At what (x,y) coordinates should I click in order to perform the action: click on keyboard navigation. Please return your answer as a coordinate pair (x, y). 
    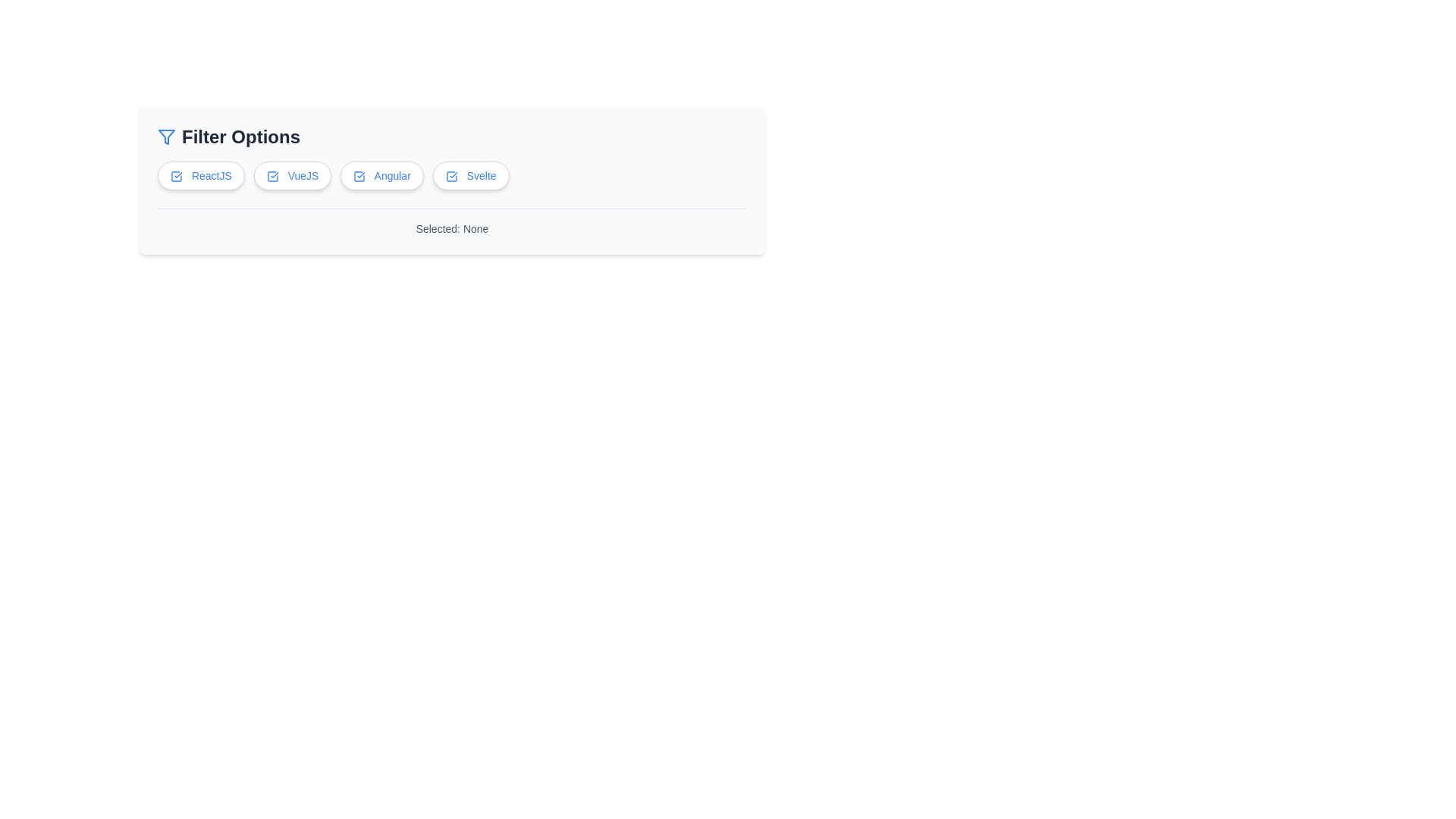
    Looking at the image, I should click on (451, 174).